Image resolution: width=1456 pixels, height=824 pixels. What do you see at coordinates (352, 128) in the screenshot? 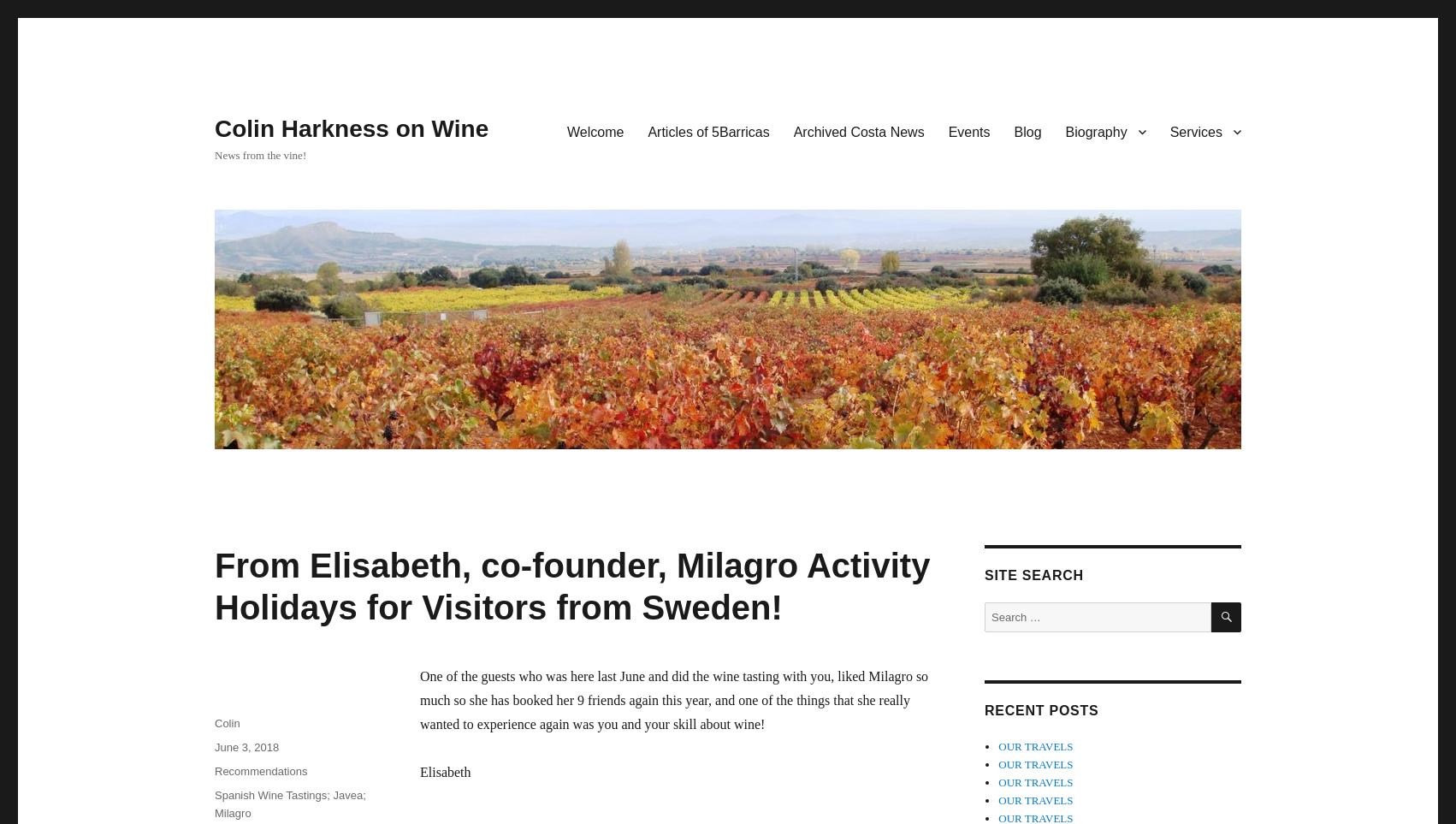
I see `'Colin Harkness on Wine'` at bounding box center [352, 128].